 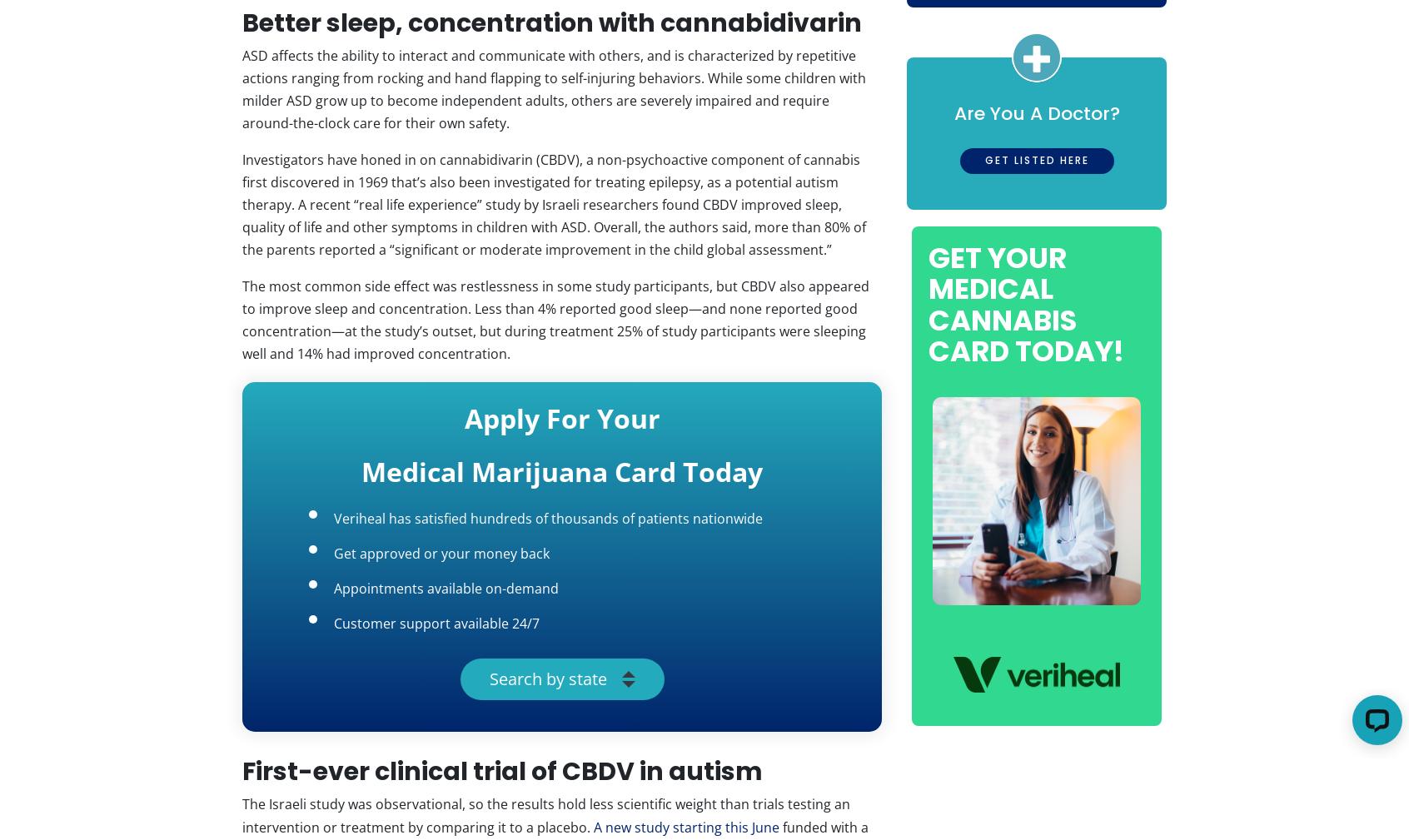 What do you see at coordinates (555, 319) in the screenshot?
I see `'The most common side effect was restlessness in some study participants, but CBDV also appeared to improve sleep and concentration. Less than 4% reported good sleep—and none reported good concentration—at the study’s outset, but during treatment 25% of study participants were sleeping well and 14% had improved concentration.'` at bounding box center [555, 319].